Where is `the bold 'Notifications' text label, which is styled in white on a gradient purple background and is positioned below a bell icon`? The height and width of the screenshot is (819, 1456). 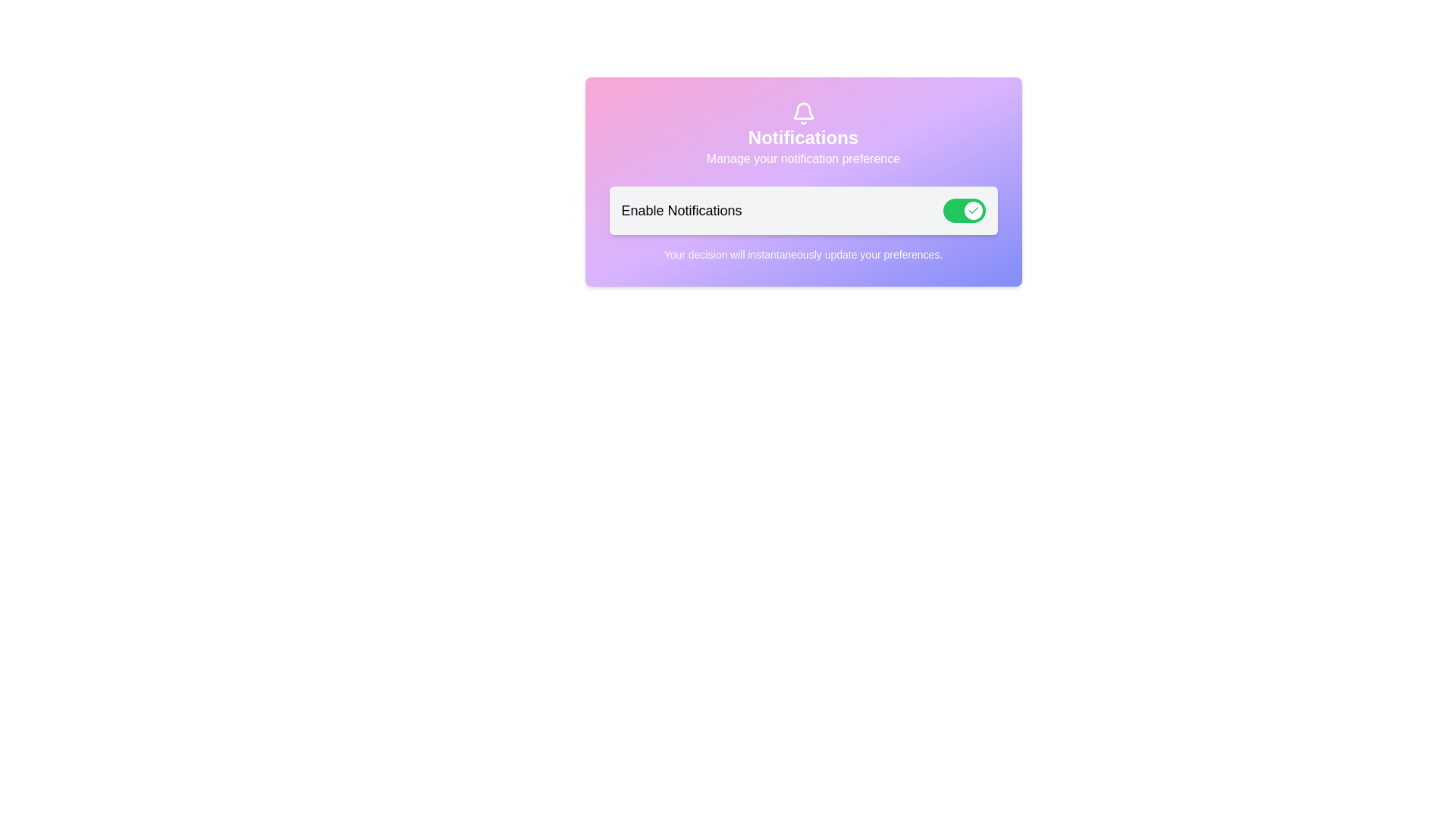
the bold 'Notifications' text label, which is styled in white on a gradient purple background and is positioned below a bell icon is located at coordinates (802, 137).